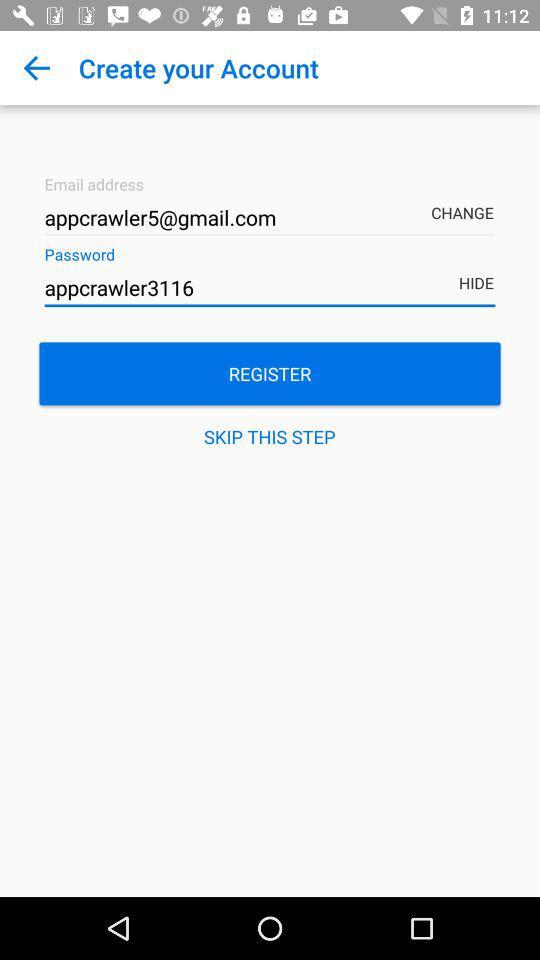  What do you see at coordinates (270, 372) in the screenshot?
I see `the register` at bounding box center [270, 372].